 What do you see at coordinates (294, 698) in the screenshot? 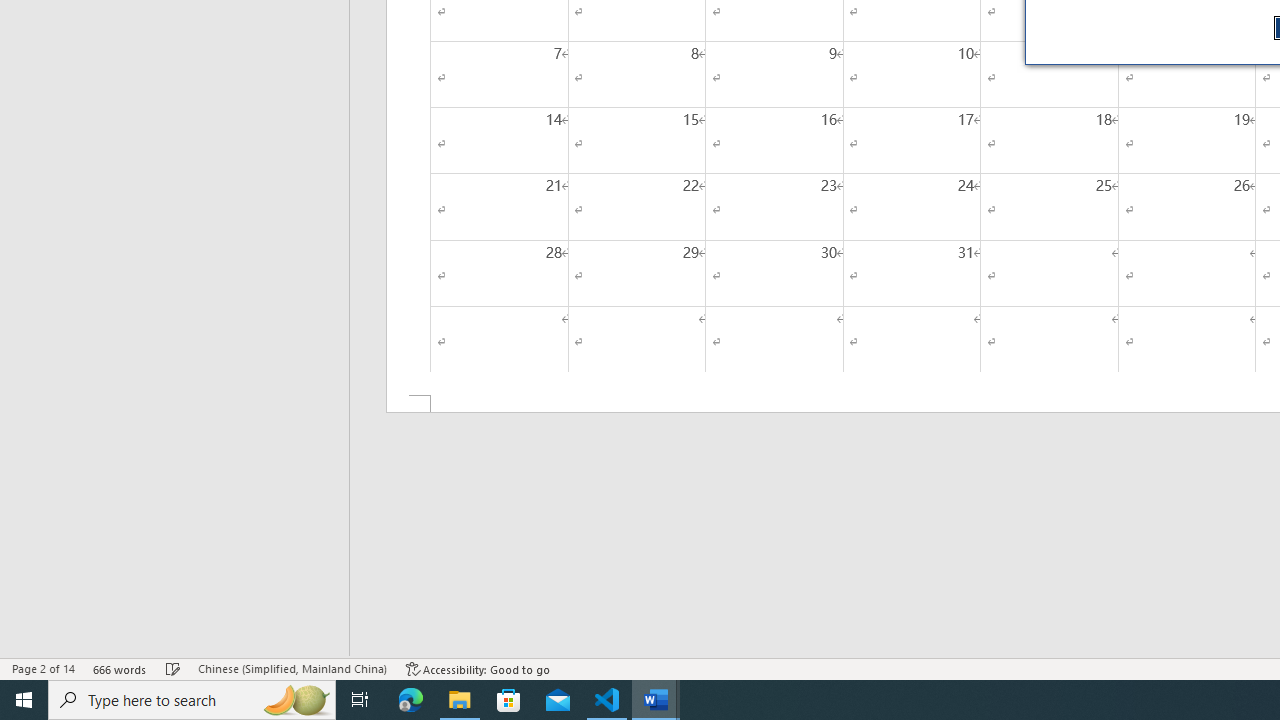
I see `'Search highlights icon opens search home window'` at bounding box center [294, 698].